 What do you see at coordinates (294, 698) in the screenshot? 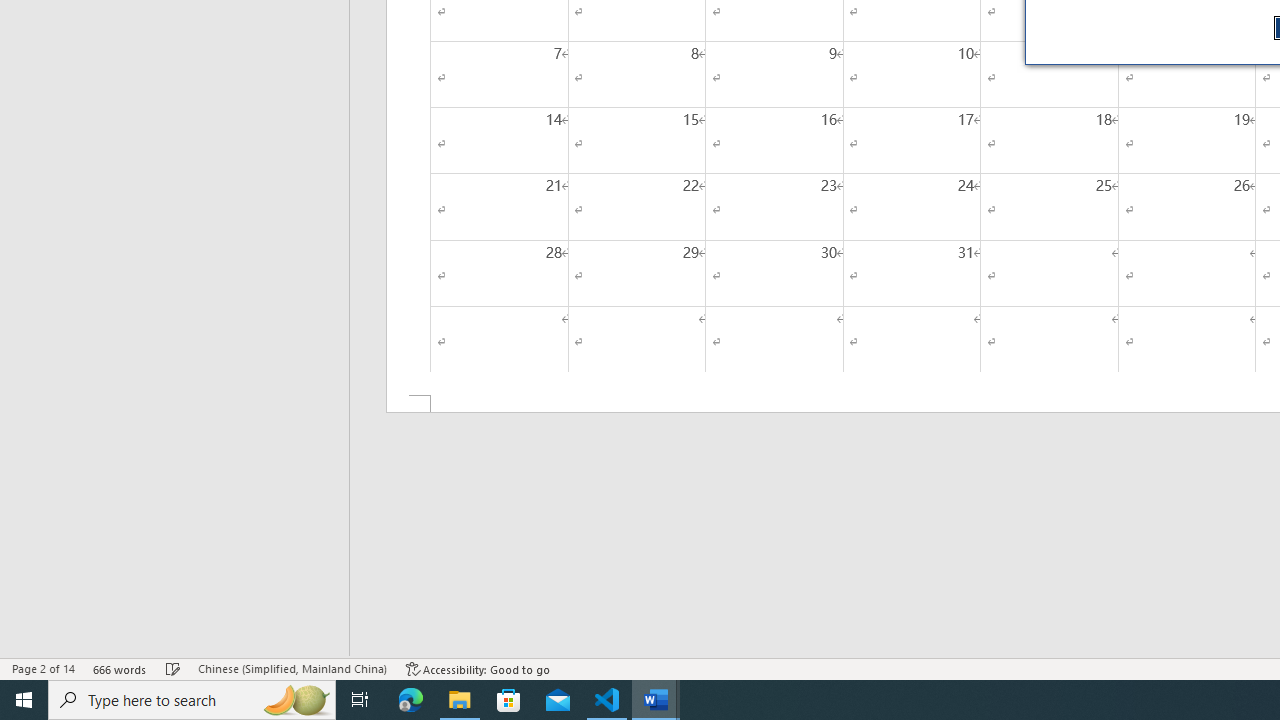
I see `'Search highlights icon opens search home window'` at bounding box center [294, 698].